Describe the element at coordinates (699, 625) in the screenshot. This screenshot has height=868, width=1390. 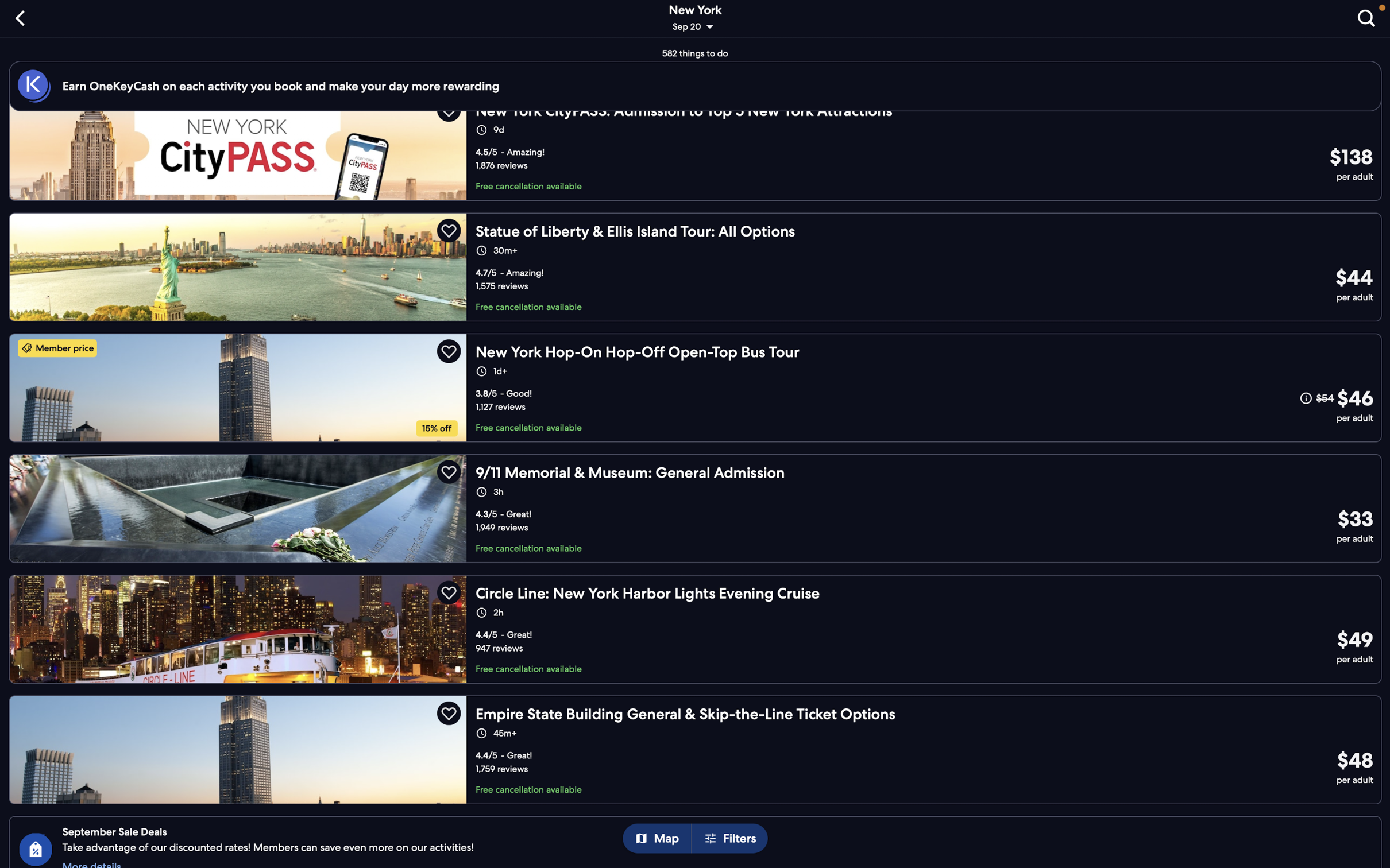
I see `Opt for the circle line tour of New York harbour lights` at that location.